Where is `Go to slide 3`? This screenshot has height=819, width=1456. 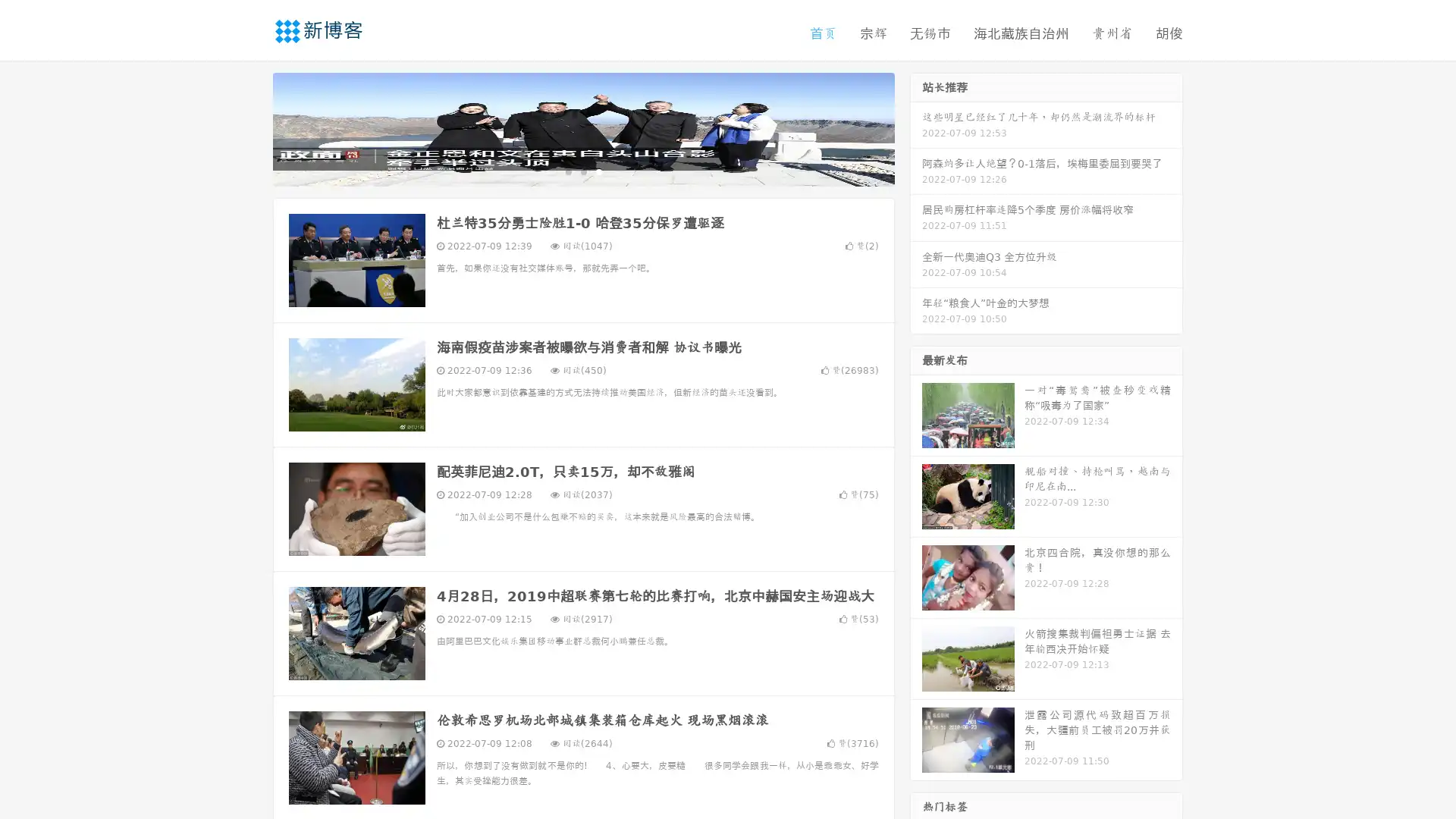
Go to slide 3 is located at coordinates (598, 171).